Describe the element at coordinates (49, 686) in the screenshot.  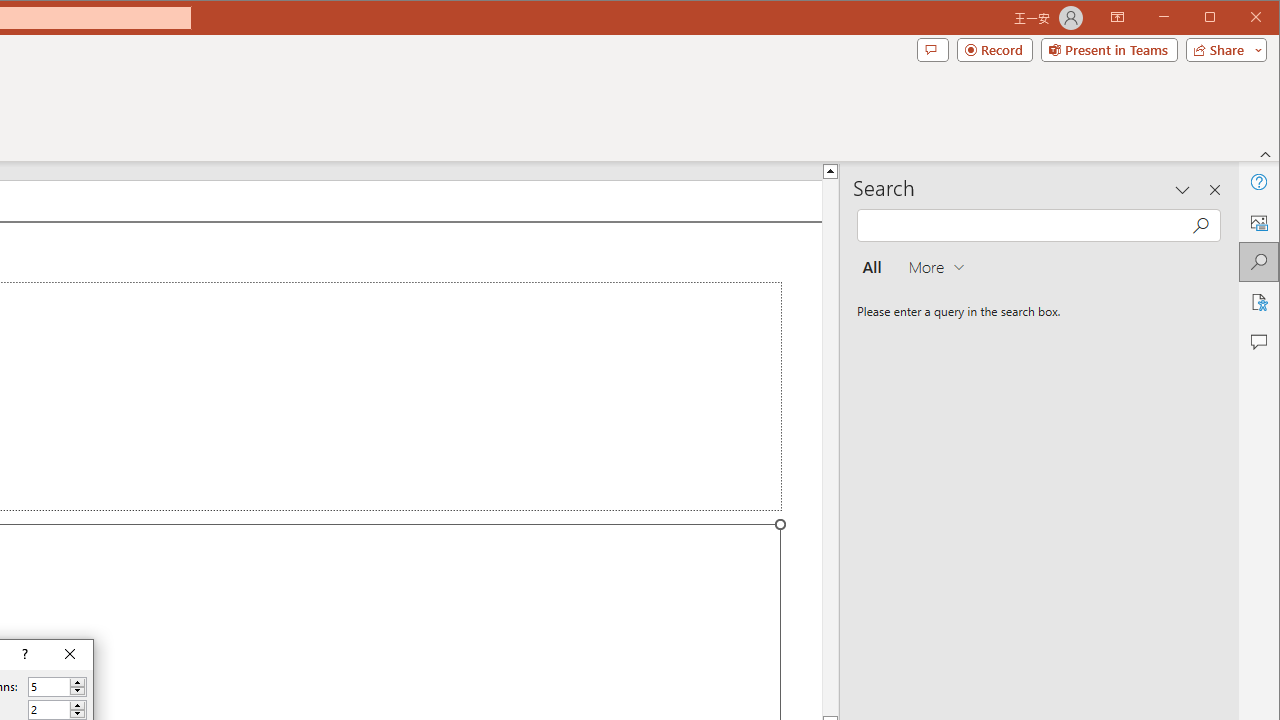
I see `'Number of columns'` at that location.